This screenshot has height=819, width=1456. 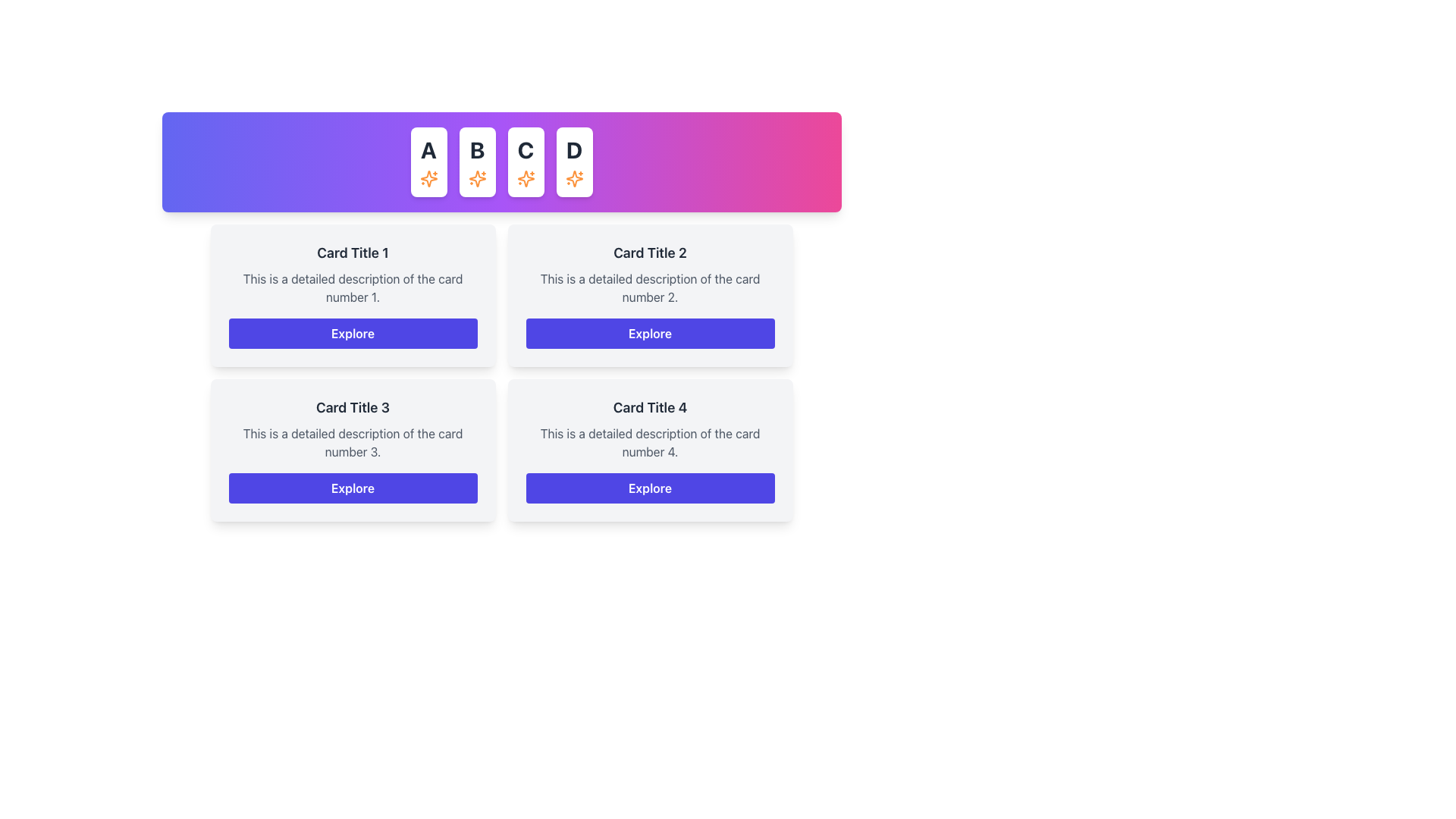 What do you see at coordinates (650, 442) in the screenshot?
I see `the description text element providing supplementary details about 'Card 4', located in the bottom right card of the grid, between 'Card Title 4' and the 'Explore' button` at bounding box center [650, 442].